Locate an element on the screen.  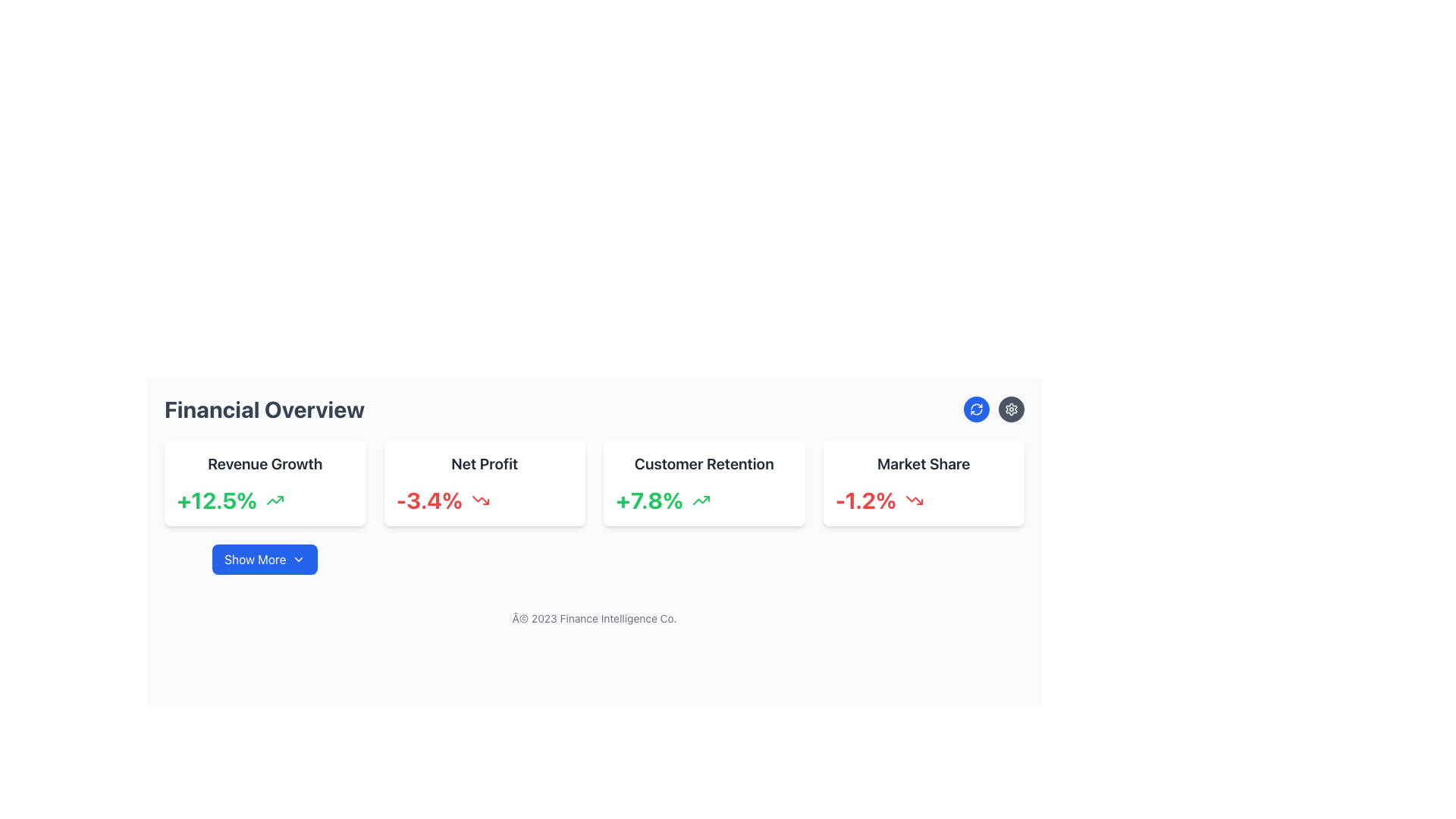
growth icon located to the right of the numeric value '7.8%' in the 'Customer Retention' section of the third card in the Financial Overview panel to understand its design and implications is located at coordinates (701, 500).